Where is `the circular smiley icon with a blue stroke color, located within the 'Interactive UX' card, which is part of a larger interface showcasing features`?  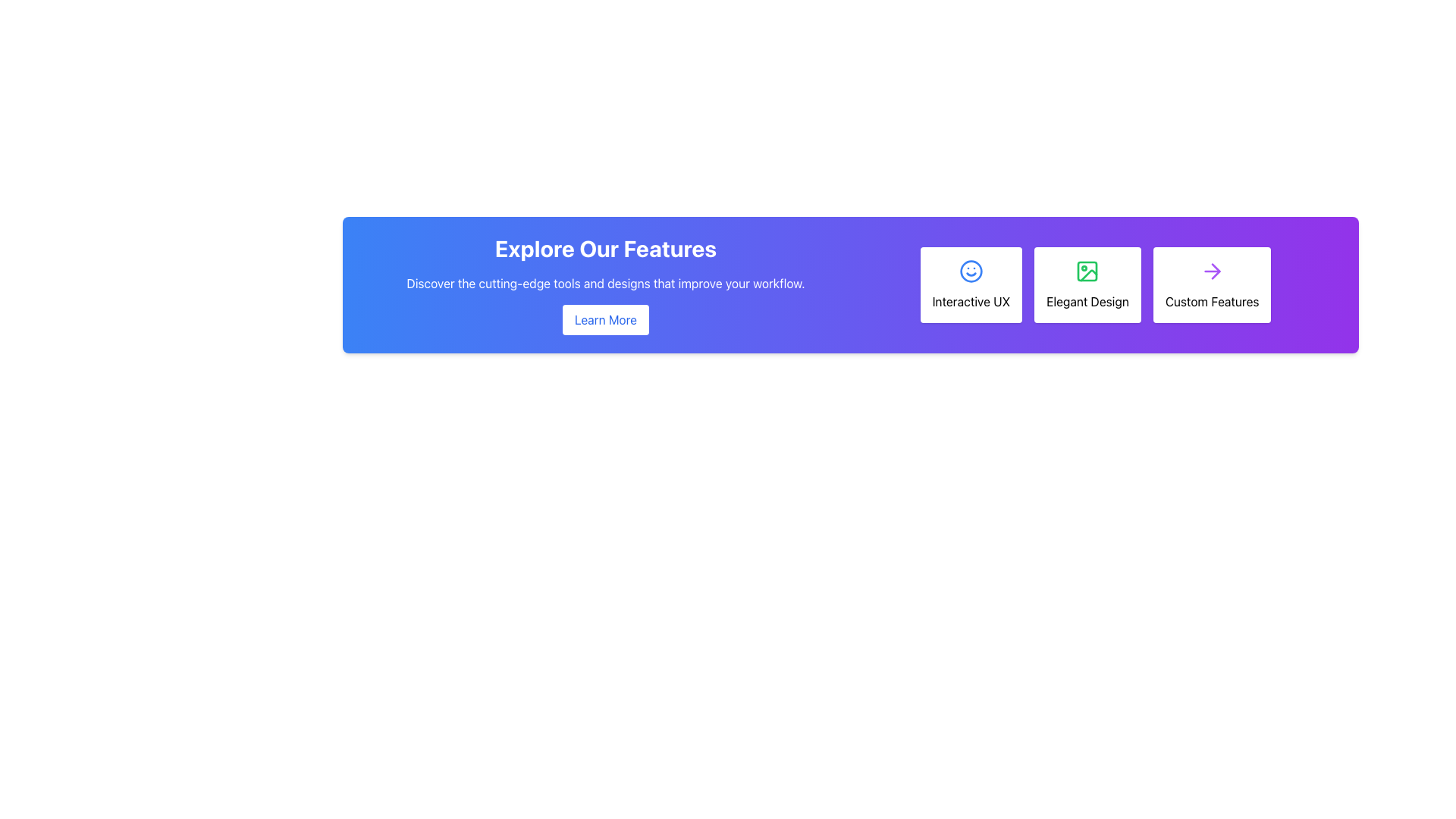 the circular smiley icon with a blue stroke color, located within the 'Interactive UX' card, which is part of a larger interface showcasing features is located at coordinates (971, 271).